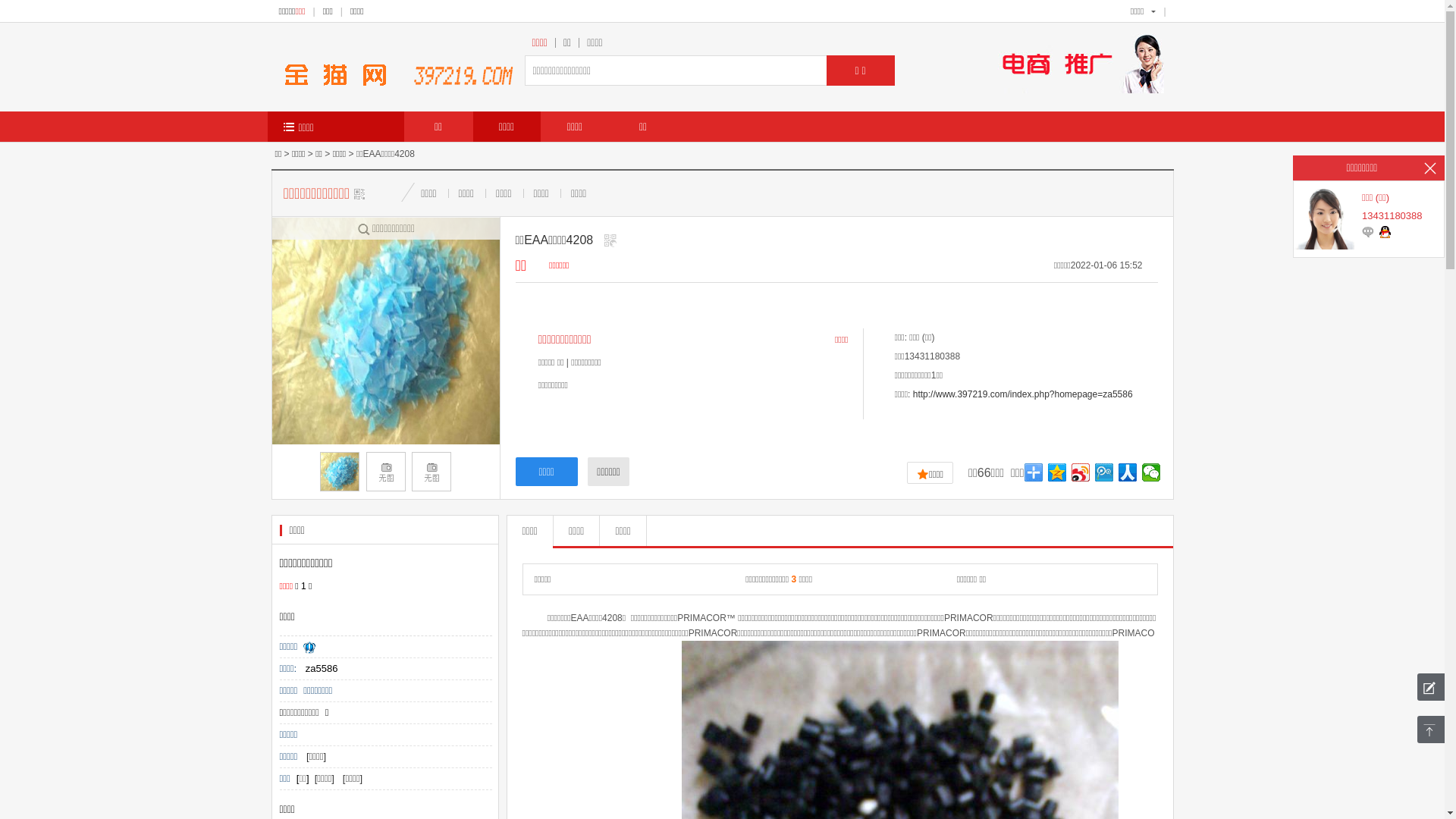  Describe the element at coordinates (1022, 394) in the screenshot. I see `'http://www.397219.com/index.php?homepage=za5586'` at that location.